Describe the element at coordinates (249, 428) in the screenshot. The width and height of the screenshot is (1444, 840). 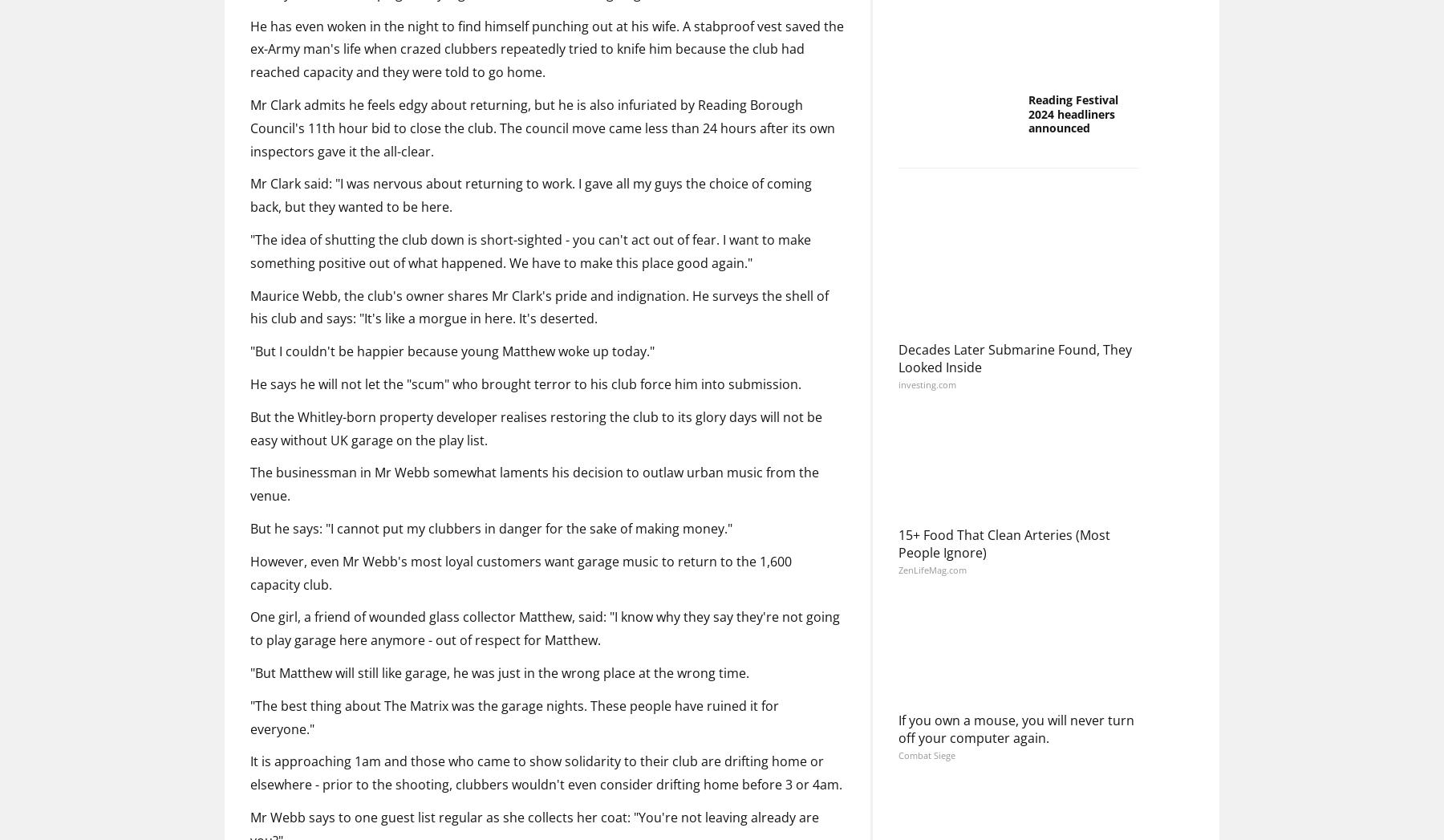
I see `'But the Whitley-born property developer realises restoring the club to its glory days will not be easy without UK garage on the play list.'` at that location.